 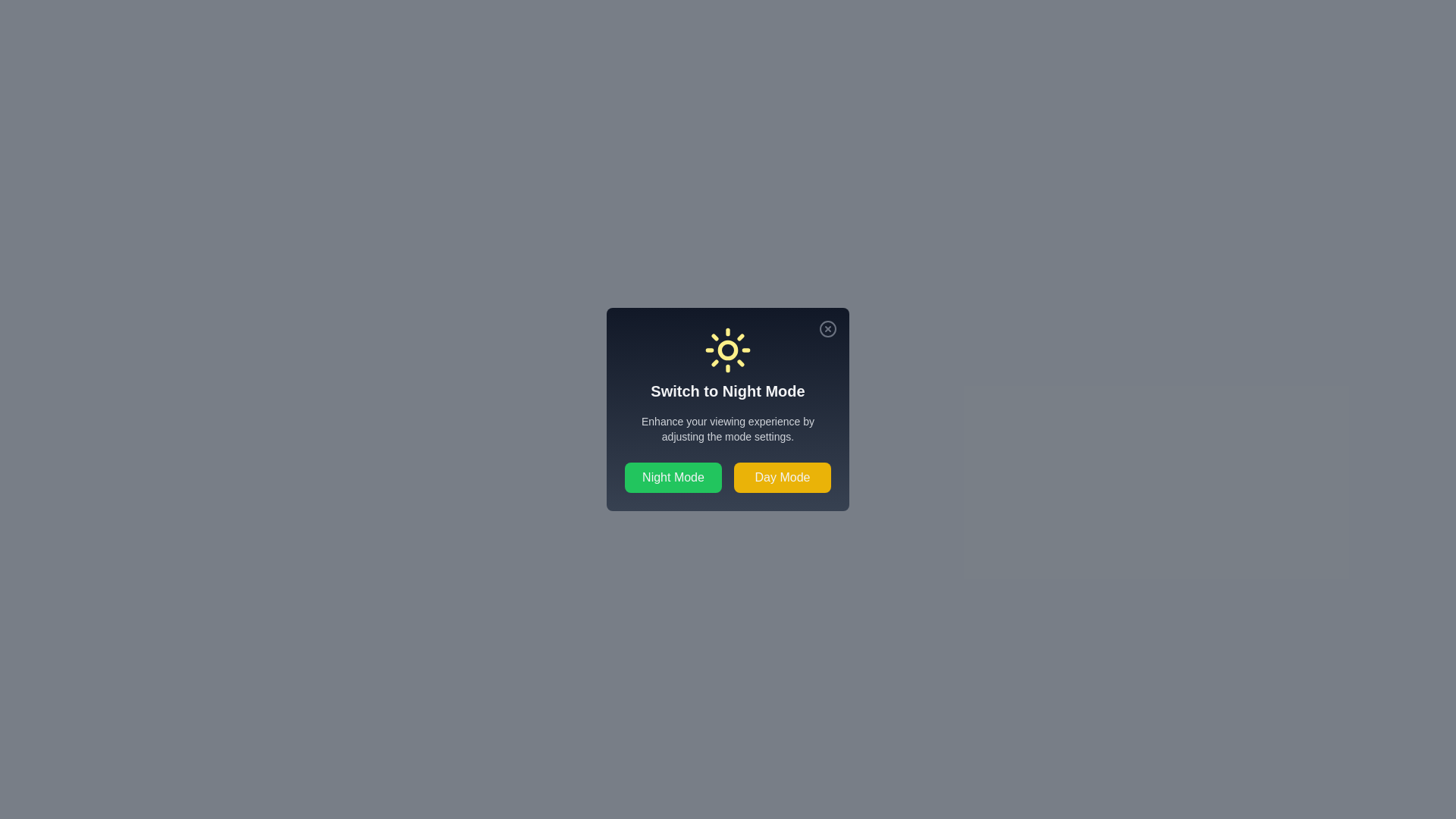 I want to click on the 'Day Mode' button to switch to day mode, so click(x=783, y=476).